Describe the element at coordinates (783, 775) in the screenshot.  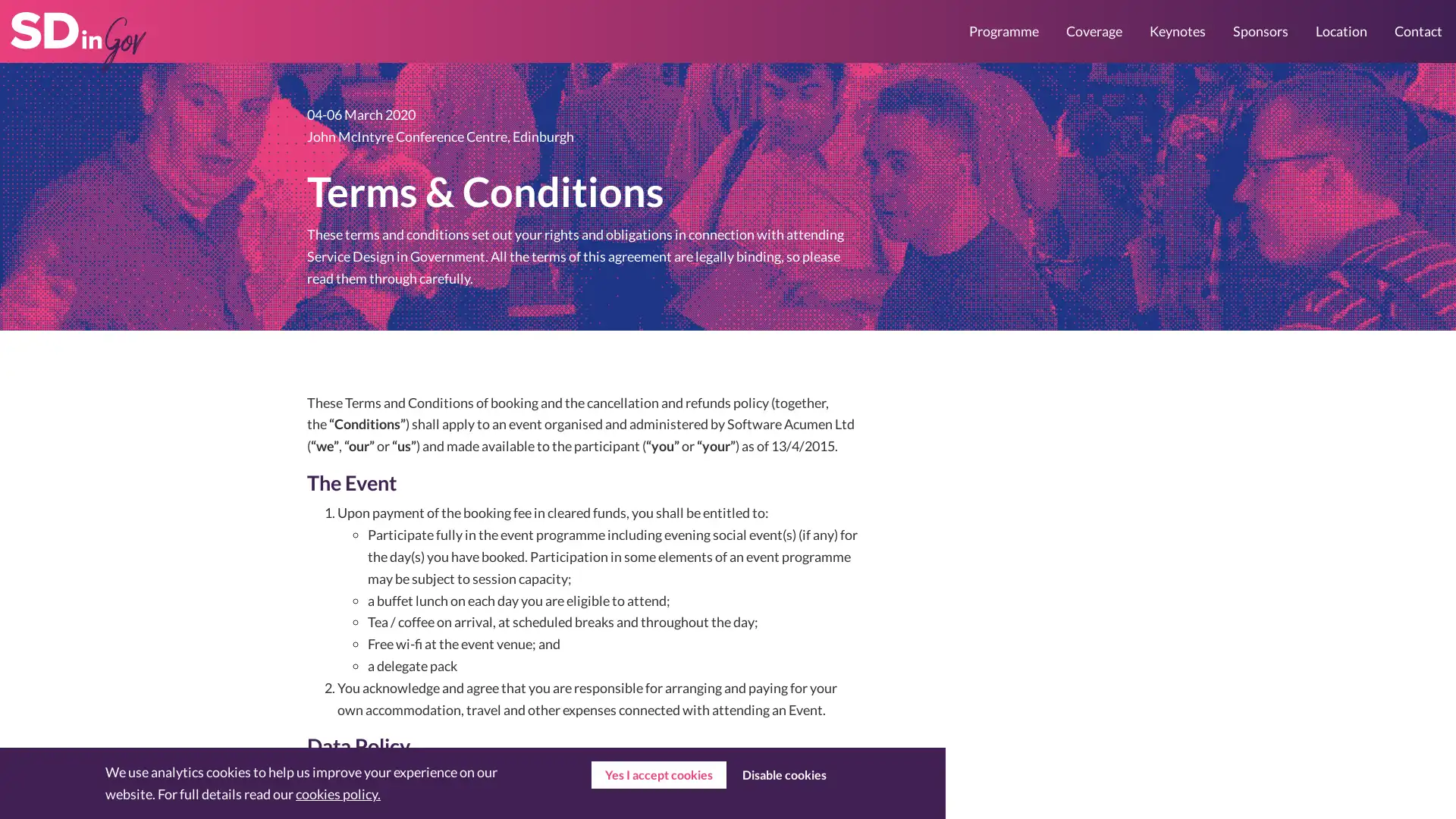
I see `Disable cookies` at that location.